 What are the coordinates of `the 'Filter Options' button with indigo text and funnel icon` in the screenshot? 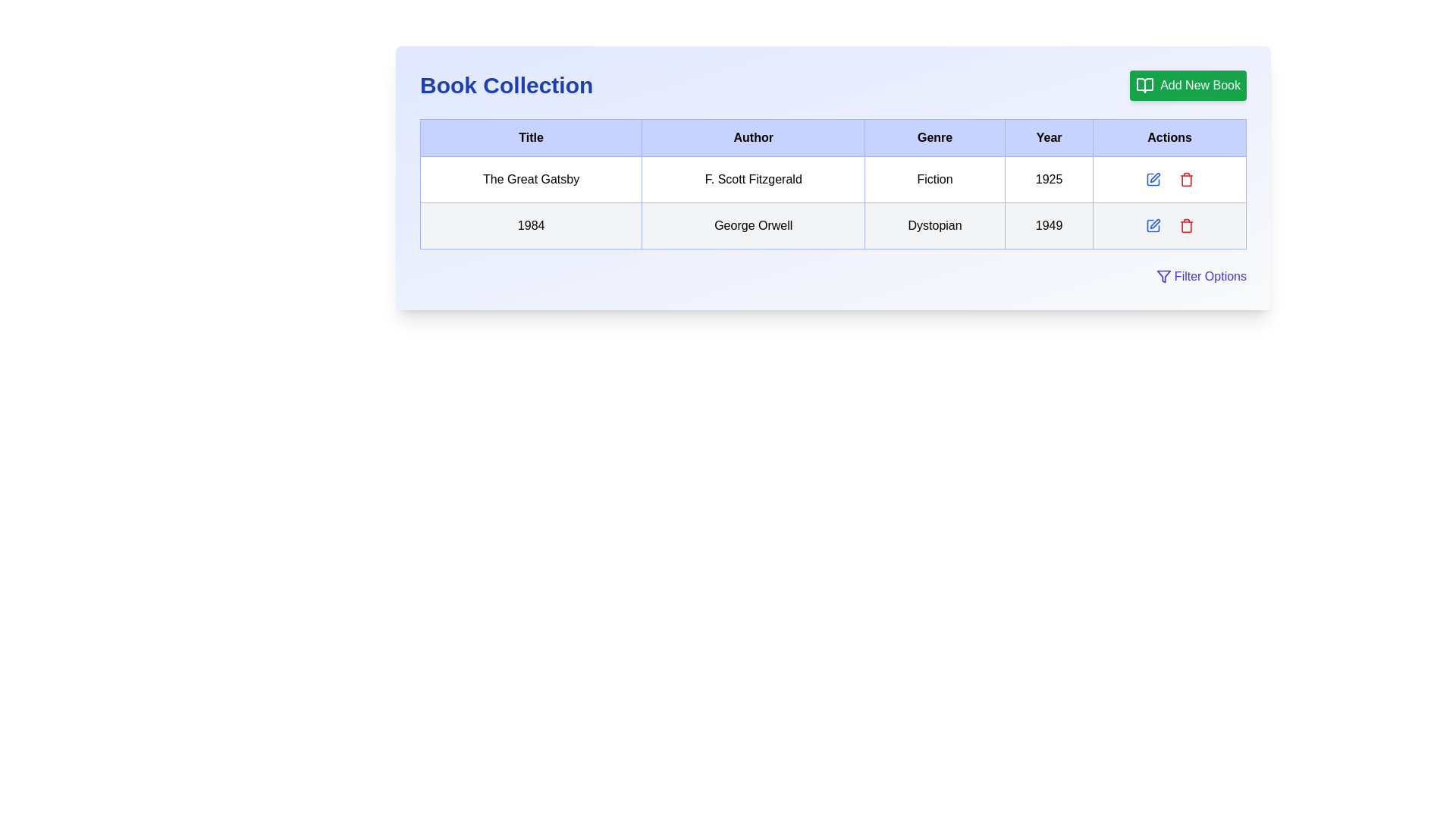 It's located at (1200, 277).